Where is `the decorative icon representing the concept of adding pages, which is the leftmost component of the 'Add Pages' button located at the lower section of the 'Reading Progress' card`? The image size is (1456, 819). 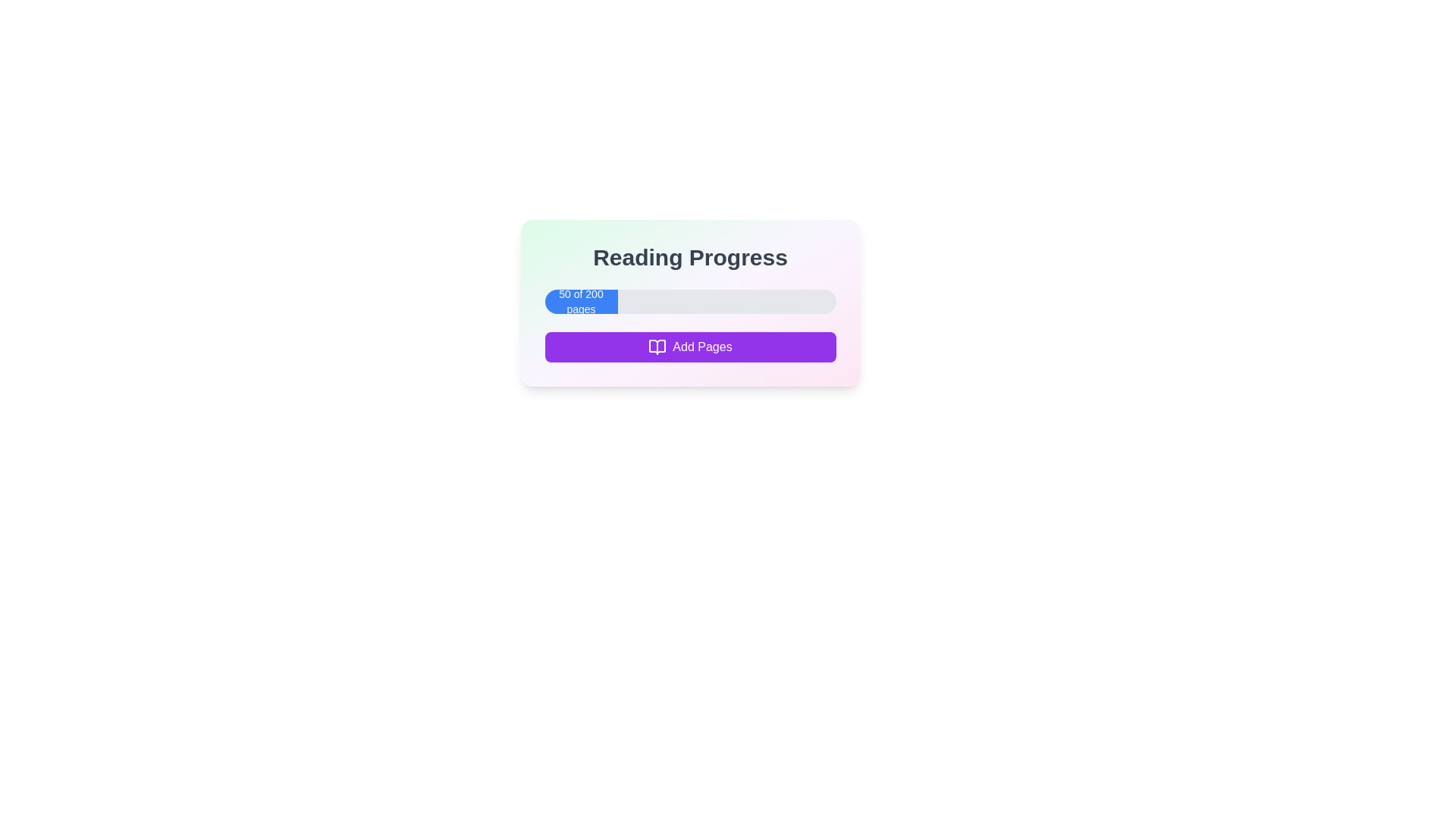
the decorative icon representing the concept of adding pages, which is the leftmost component of the 'Add Pages' button located at the lower section of the 'Reading Progress' card is located at coordinates (657, 347).